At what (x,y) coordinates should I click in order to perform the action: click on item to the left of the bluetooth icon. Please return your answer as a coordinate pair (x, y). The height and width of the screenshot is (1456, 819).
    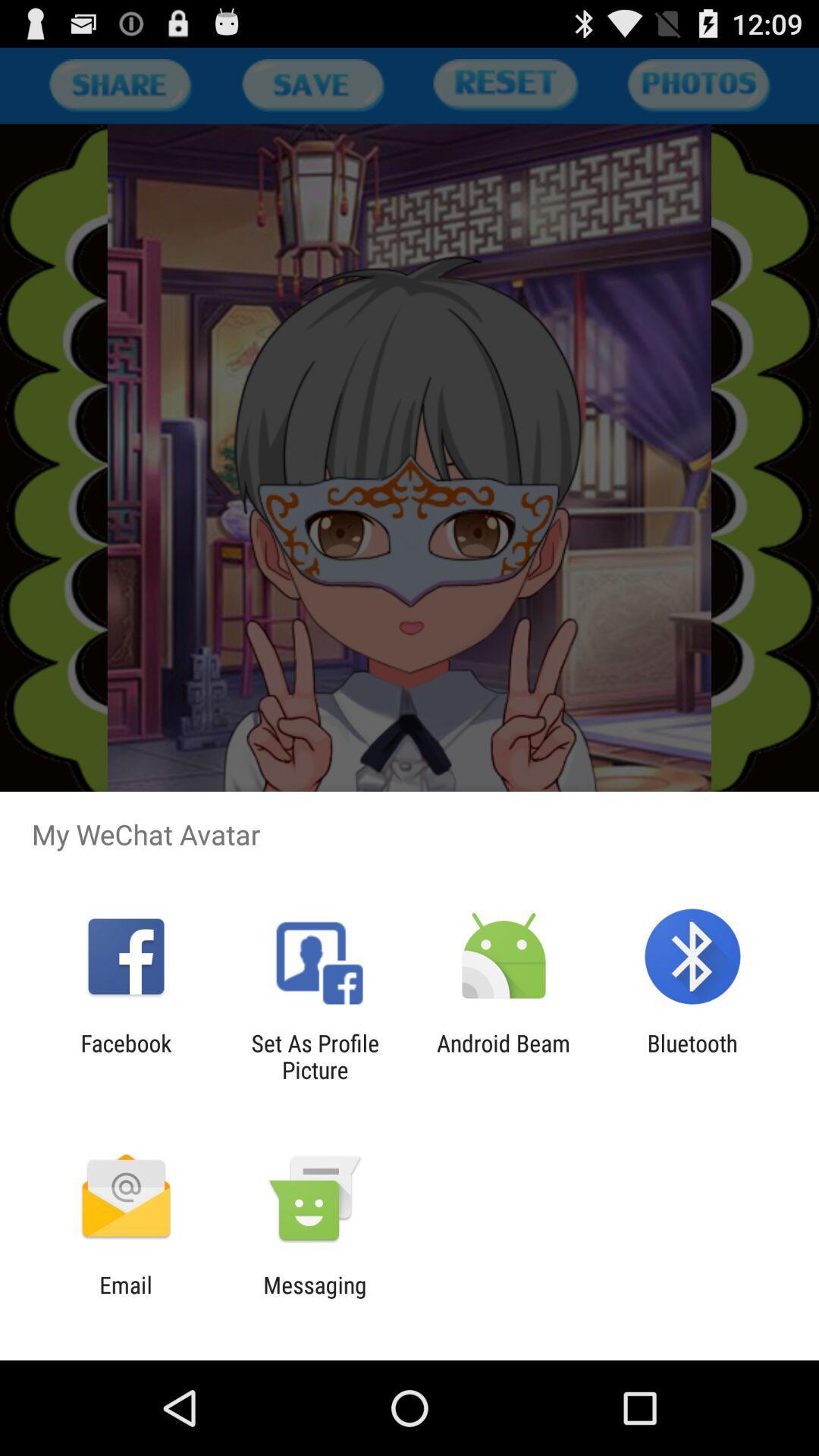
    Looking at the image, I should click on (504, 1056).